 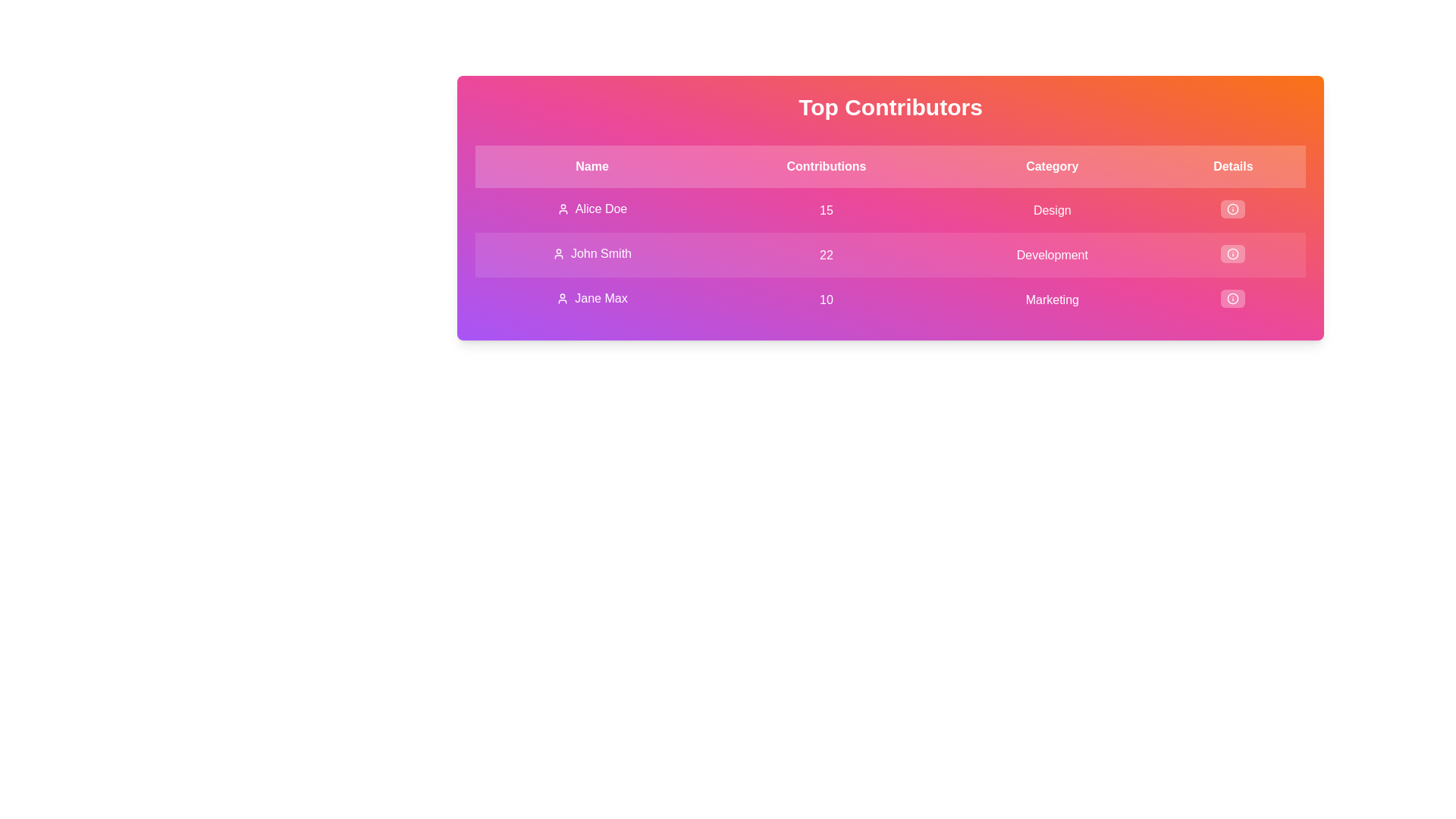 I want to click on the center-aligned bold label displaying the text 'Name' in the header row of the table, so click(x=591, y=166).